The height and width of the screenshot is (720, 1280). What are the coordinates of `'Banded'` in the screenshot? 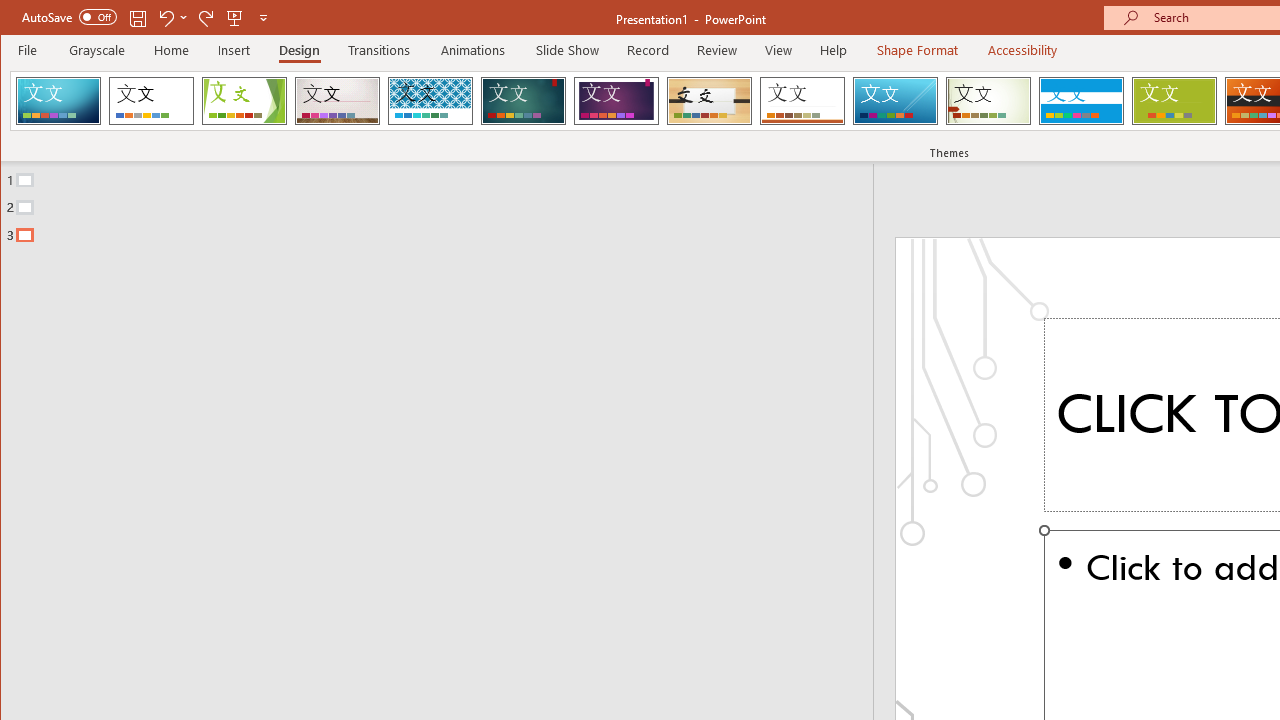 It's located at (1080, 100).